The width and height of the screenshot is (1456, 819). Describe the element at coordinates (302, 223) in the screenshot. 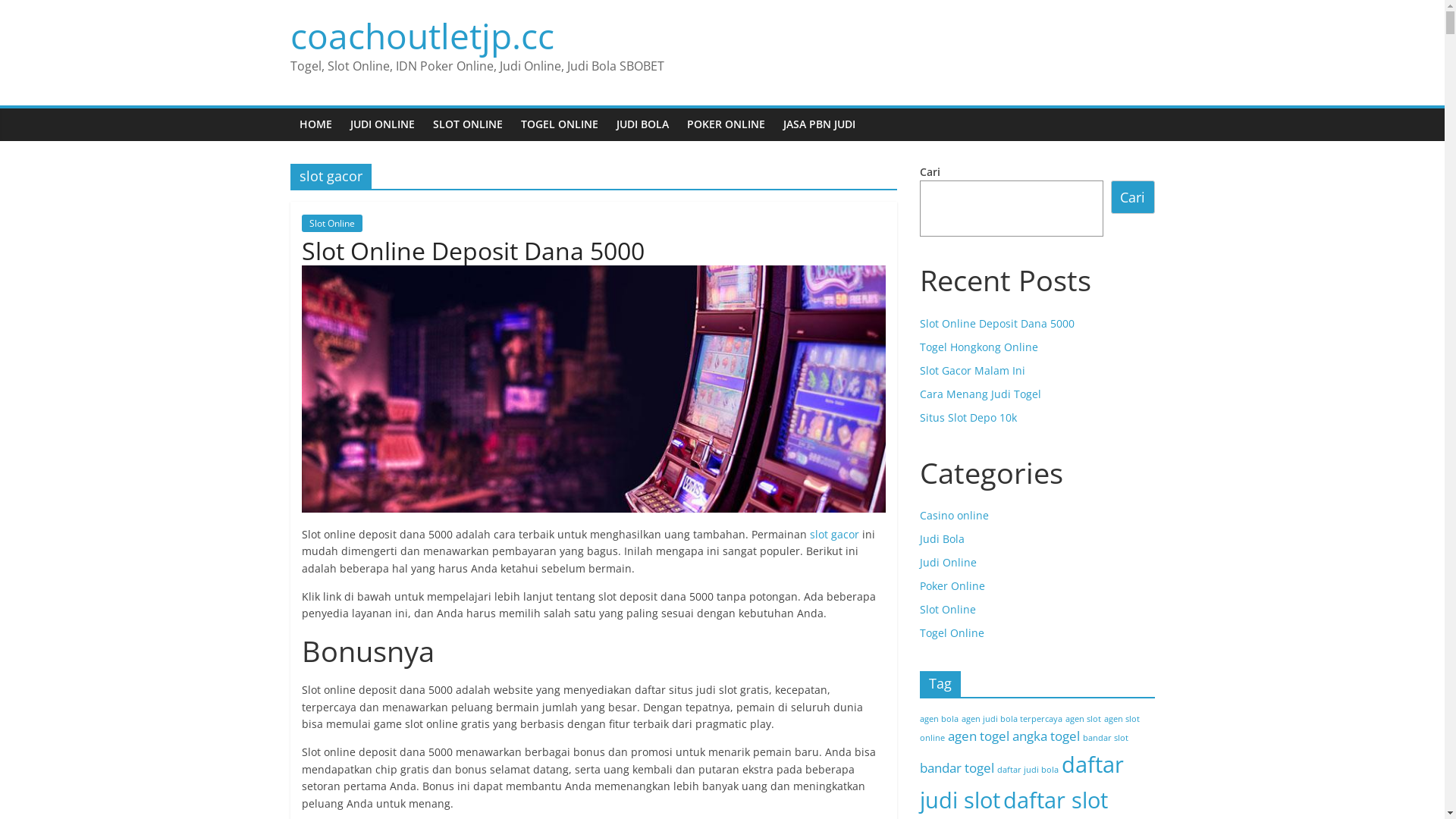

I see `'Slot Online'` at that location.